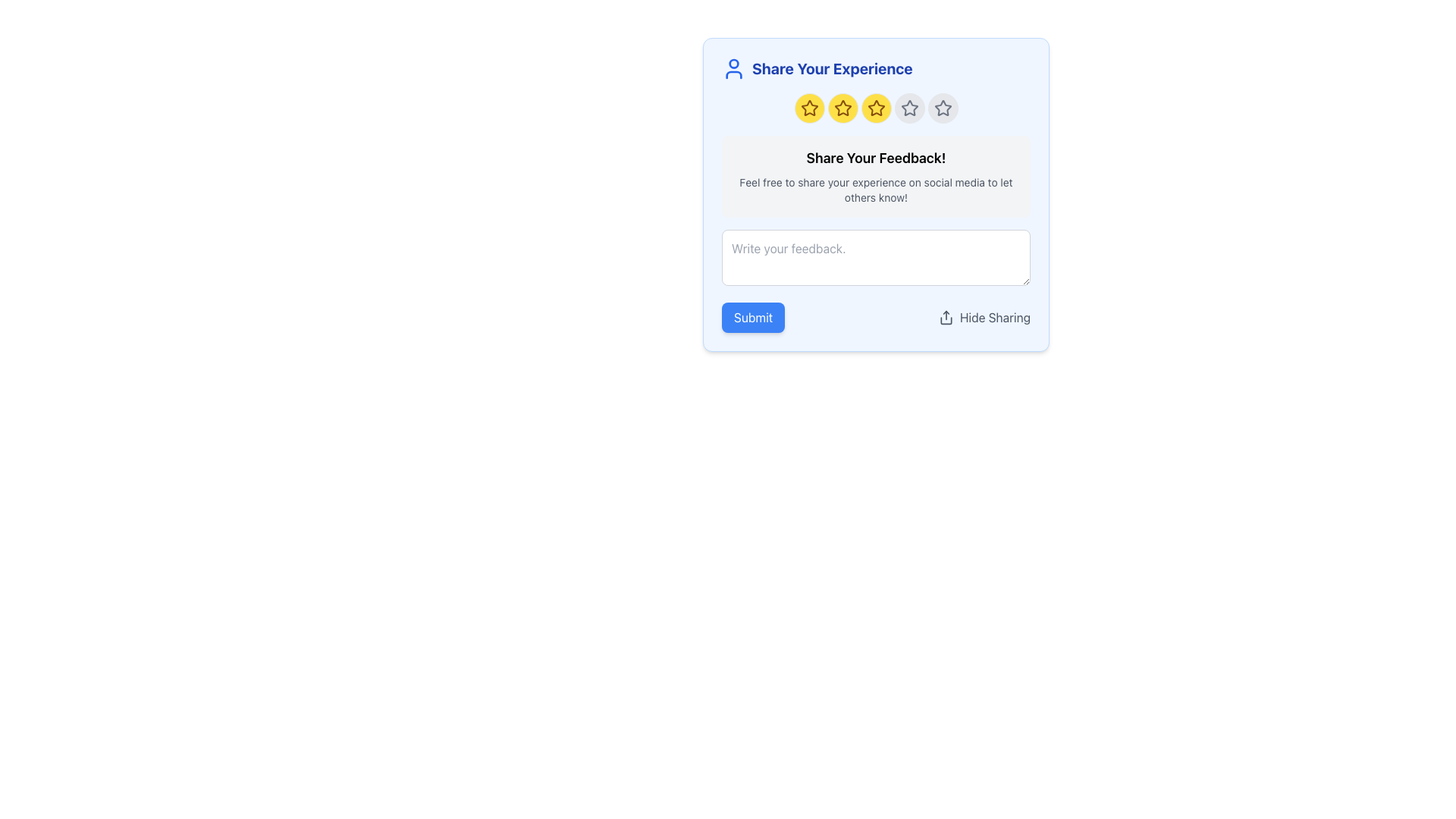  What do you see at coordinates (753, 317) in the screenshot?
I see `the submit button located at the bottom left of the card, which initiates the submission of feedback or information` at bounding box center [753, 317].